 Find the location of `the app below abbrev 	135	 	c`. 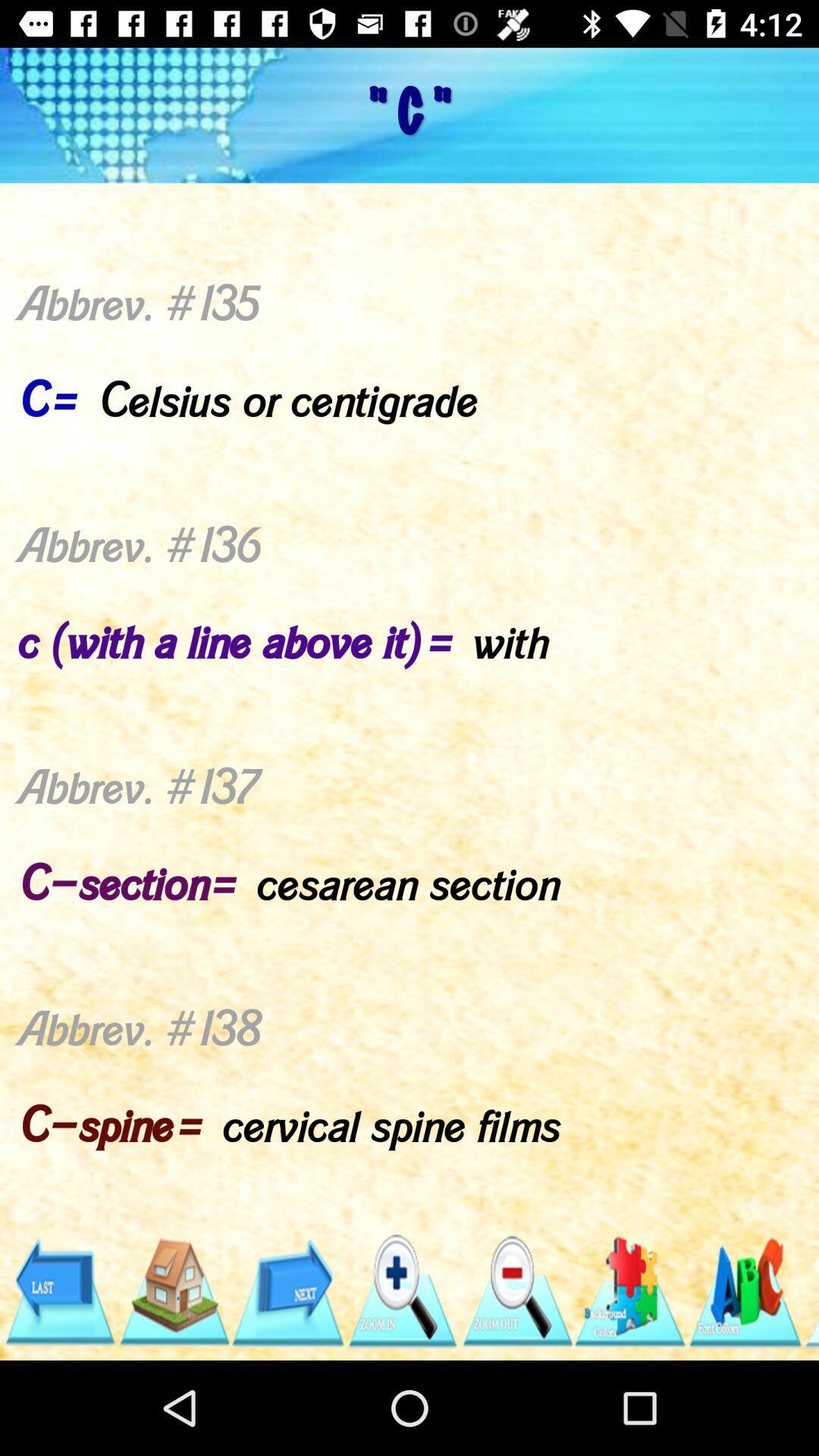

the app below abbrev 	135	 	c is located at coordinates (516, 1291).